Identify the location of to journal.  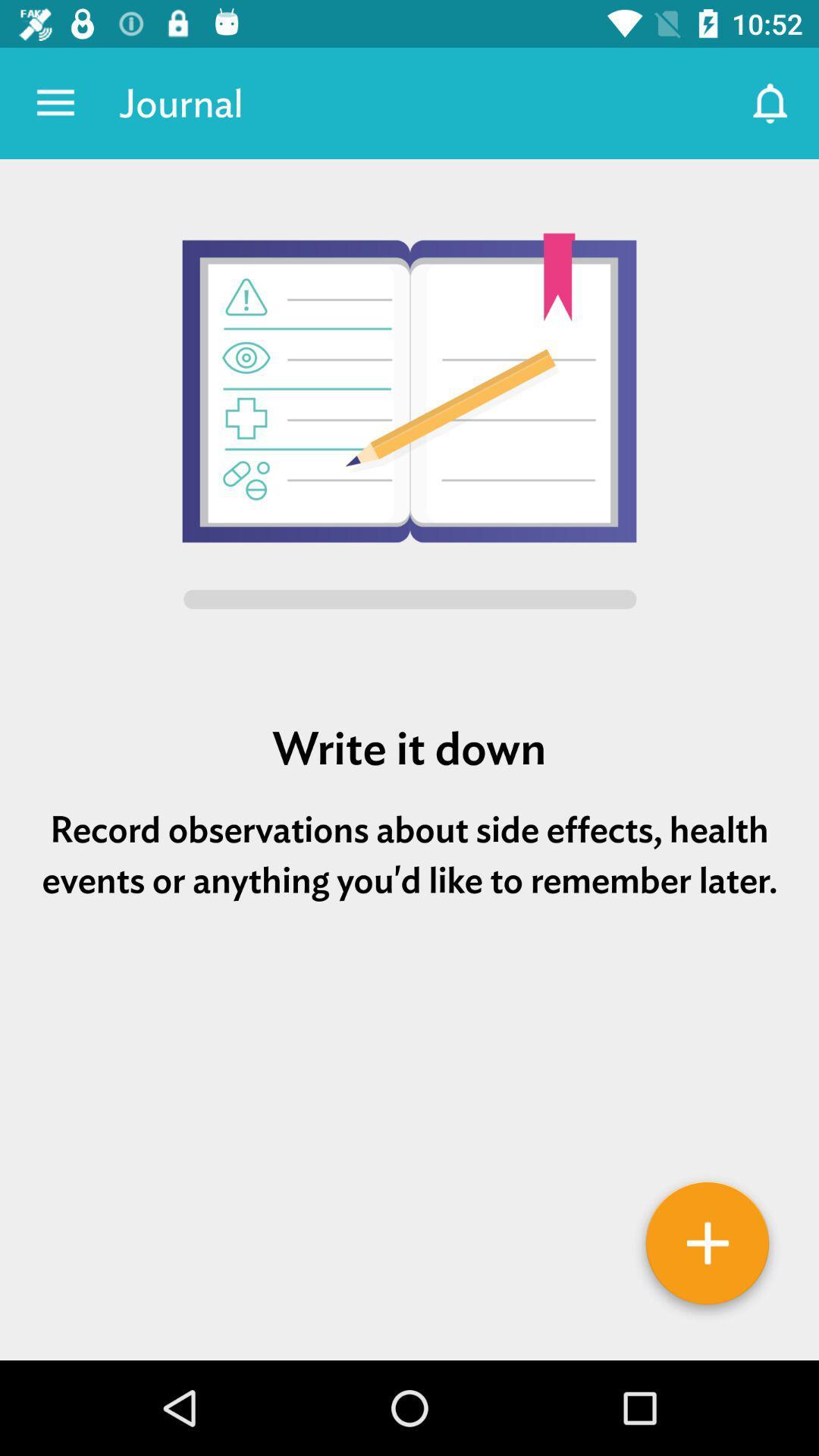
(708, 1248).